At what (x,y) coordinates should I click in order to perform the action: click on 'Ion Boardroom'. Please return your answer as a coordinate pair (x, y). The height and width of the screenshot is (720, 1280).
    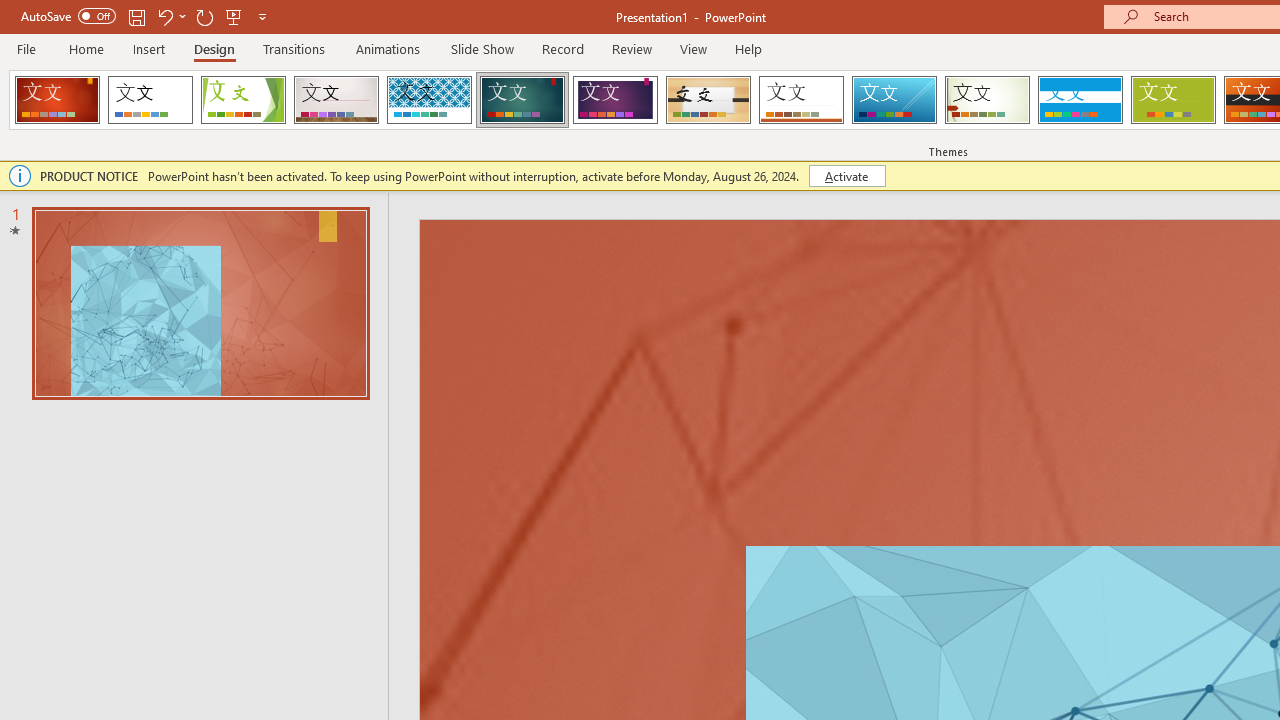
    Looking at the image, I should click on (614, 100).